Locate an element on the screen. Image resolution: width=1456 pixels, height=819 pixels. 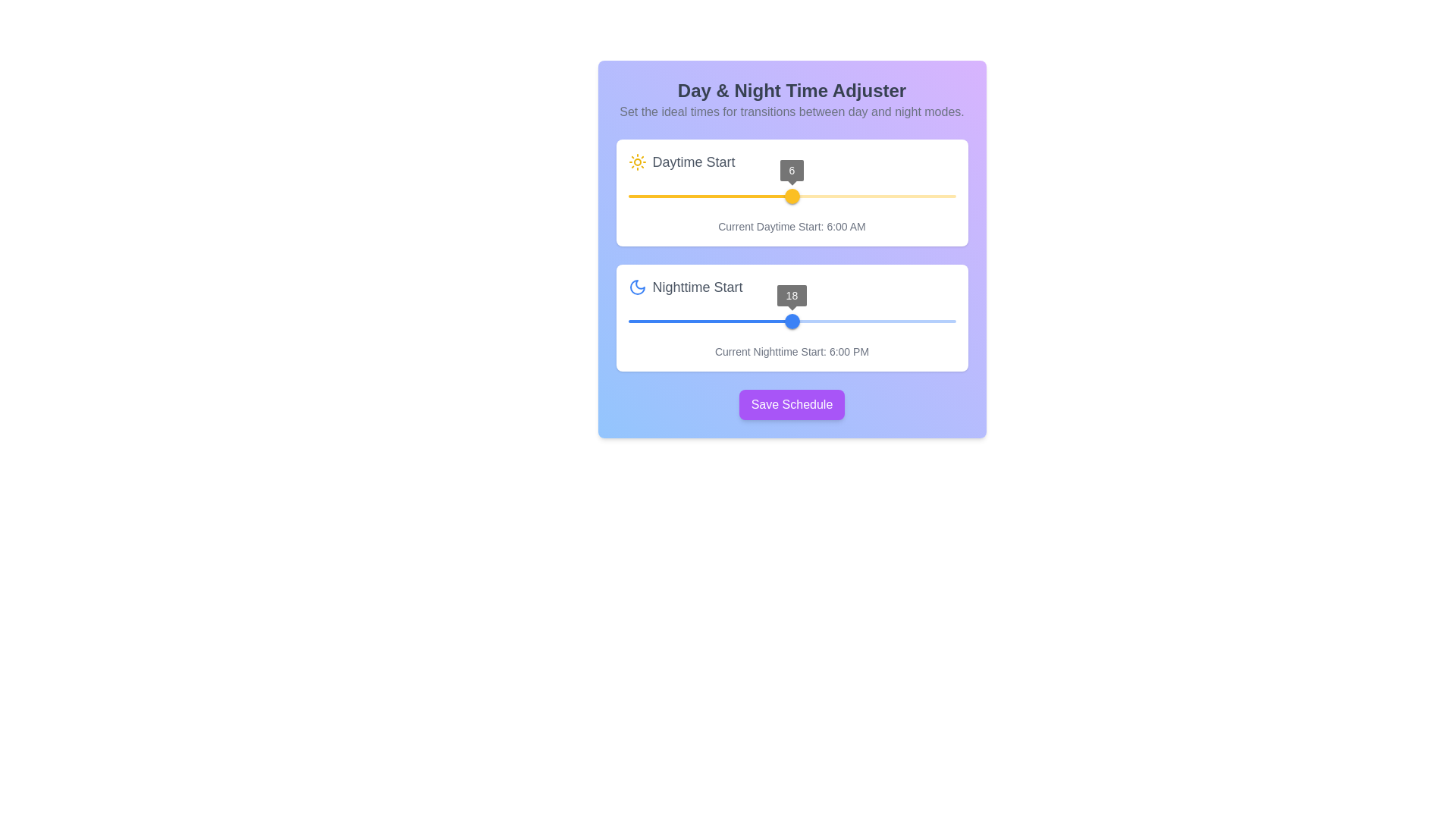
text of the main header located at the top-center of the card-like interface, summarizing the purpose or context of the interface below it is located at coordinates (791, 90).